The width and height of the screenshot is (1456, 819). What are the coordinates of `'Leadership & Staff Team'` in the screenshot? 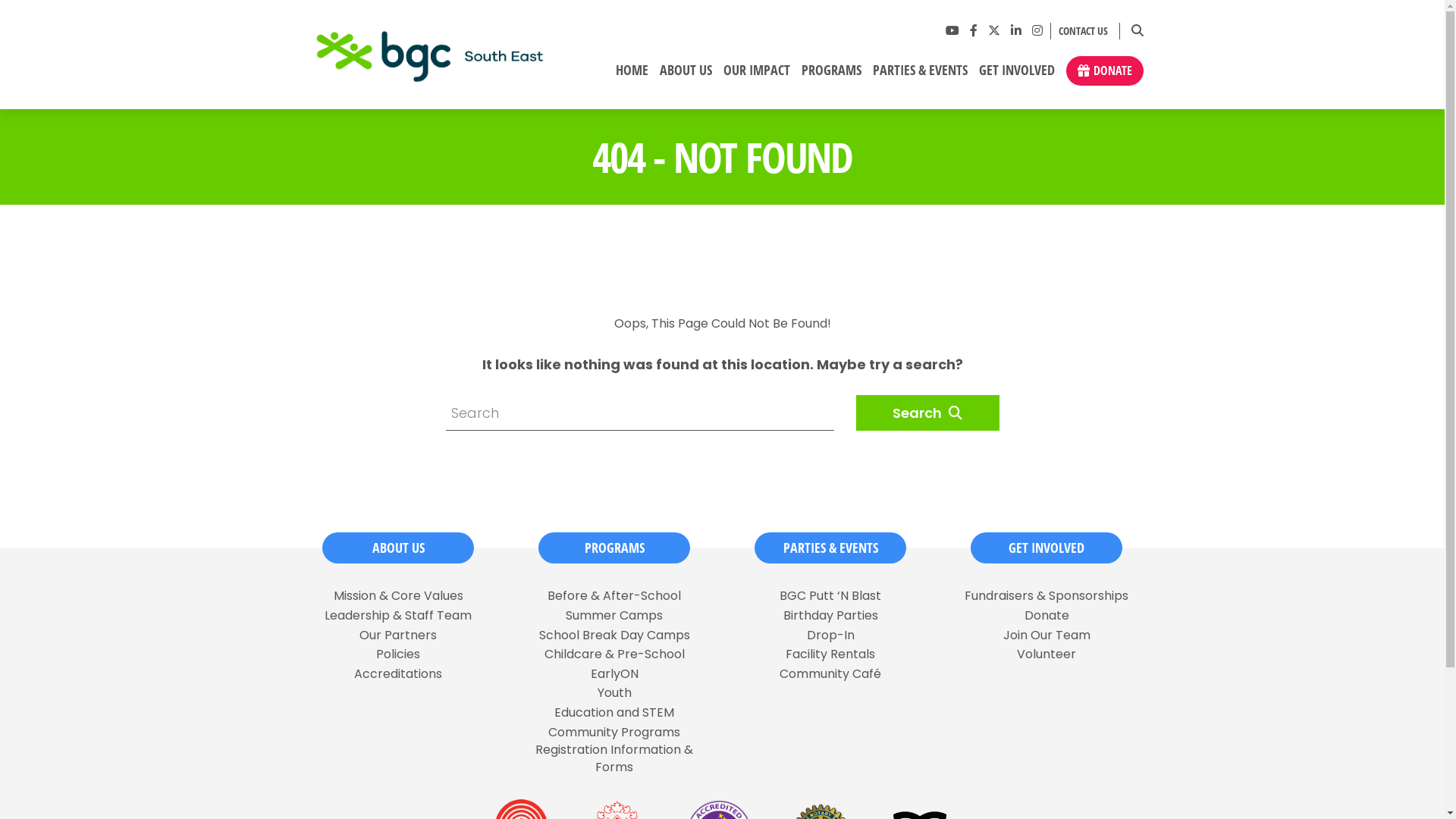 It's located at (323, 616).